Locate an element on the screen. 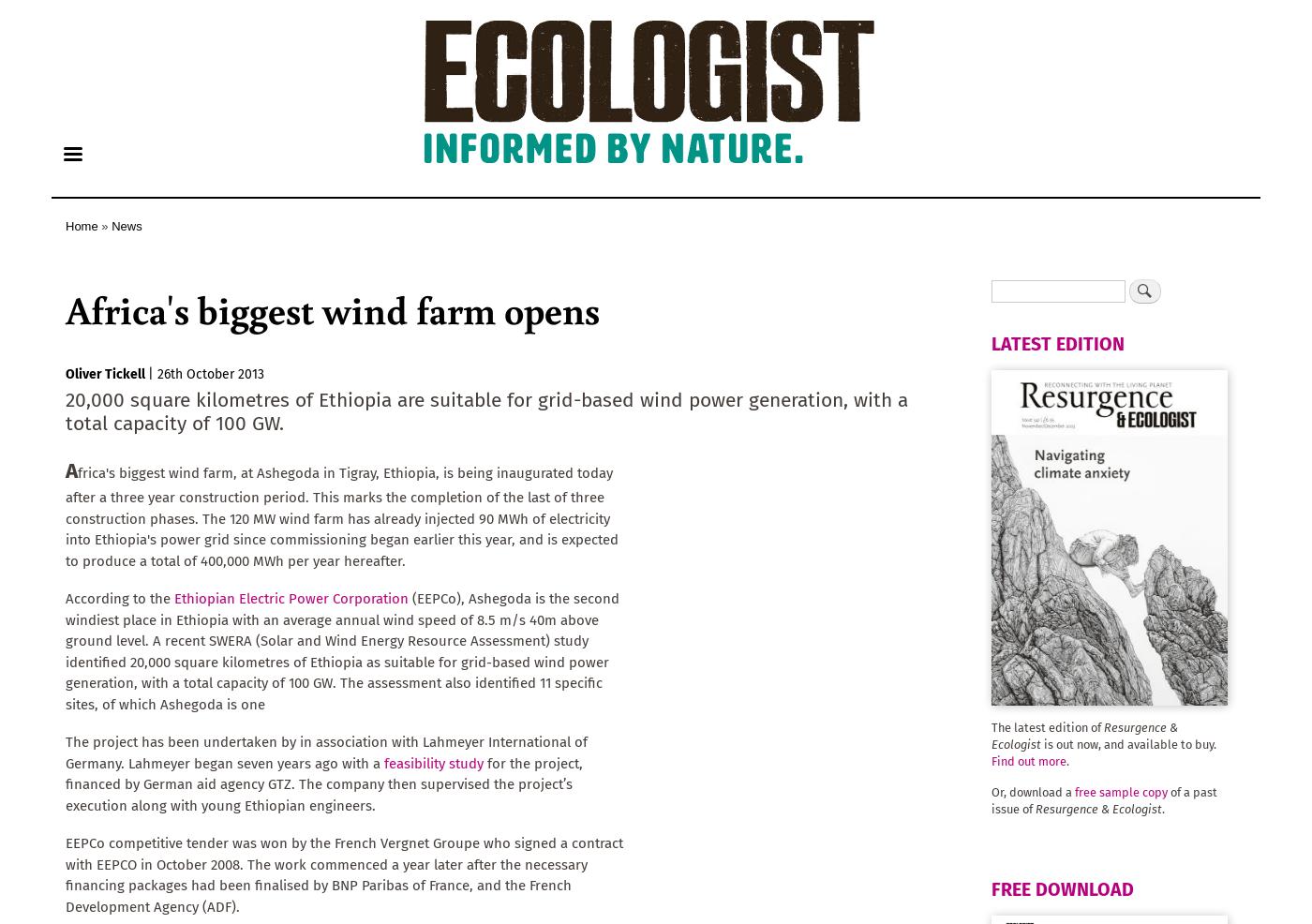  'The project has been undertaken by in association with Lahmeyer International of Germany. Lahmeyer began seven years ago with a' is located at coordinates (326, 752).